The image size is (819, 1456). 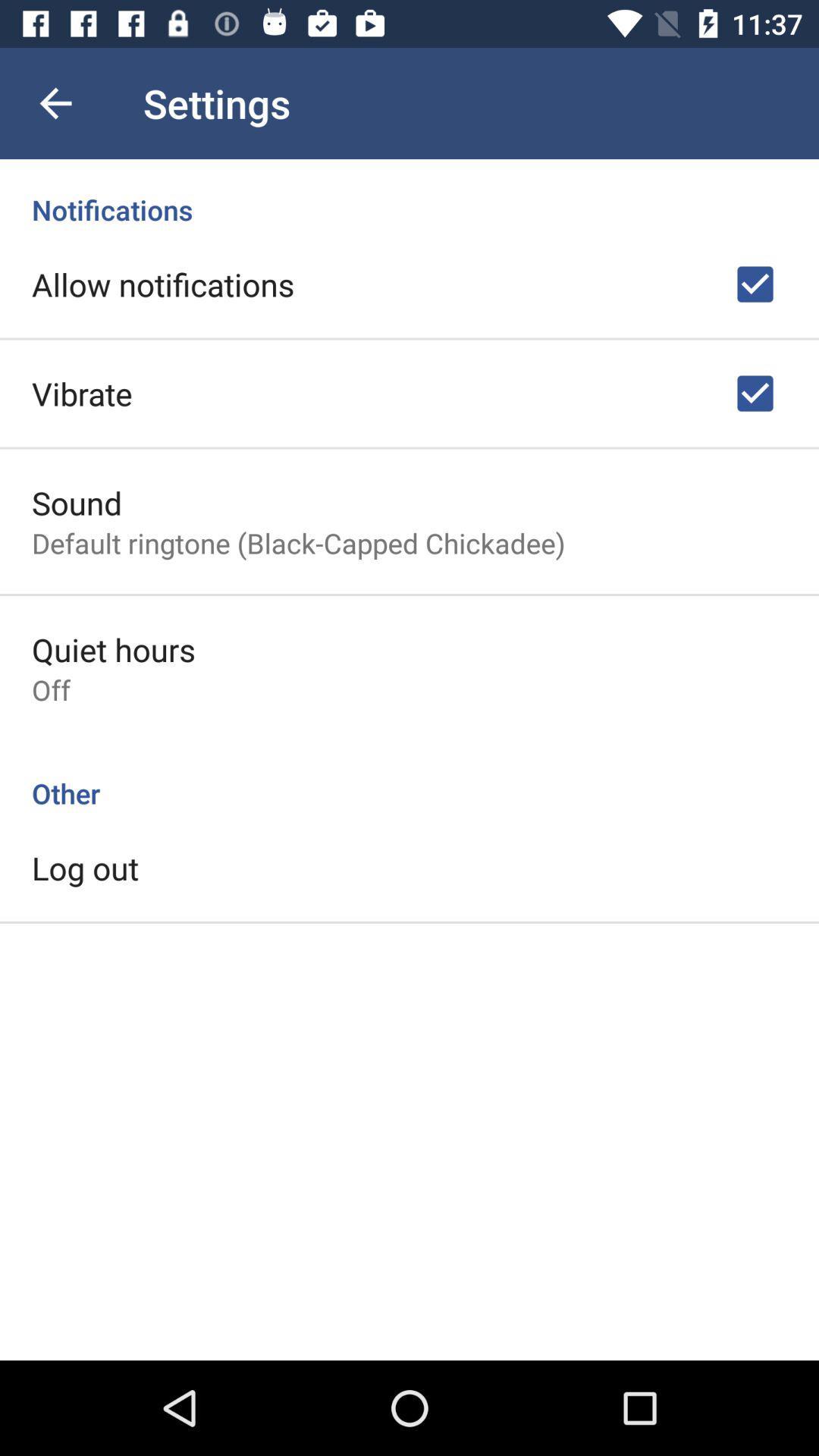 I want to click on icon above off icon, so click(x=113, y=649).